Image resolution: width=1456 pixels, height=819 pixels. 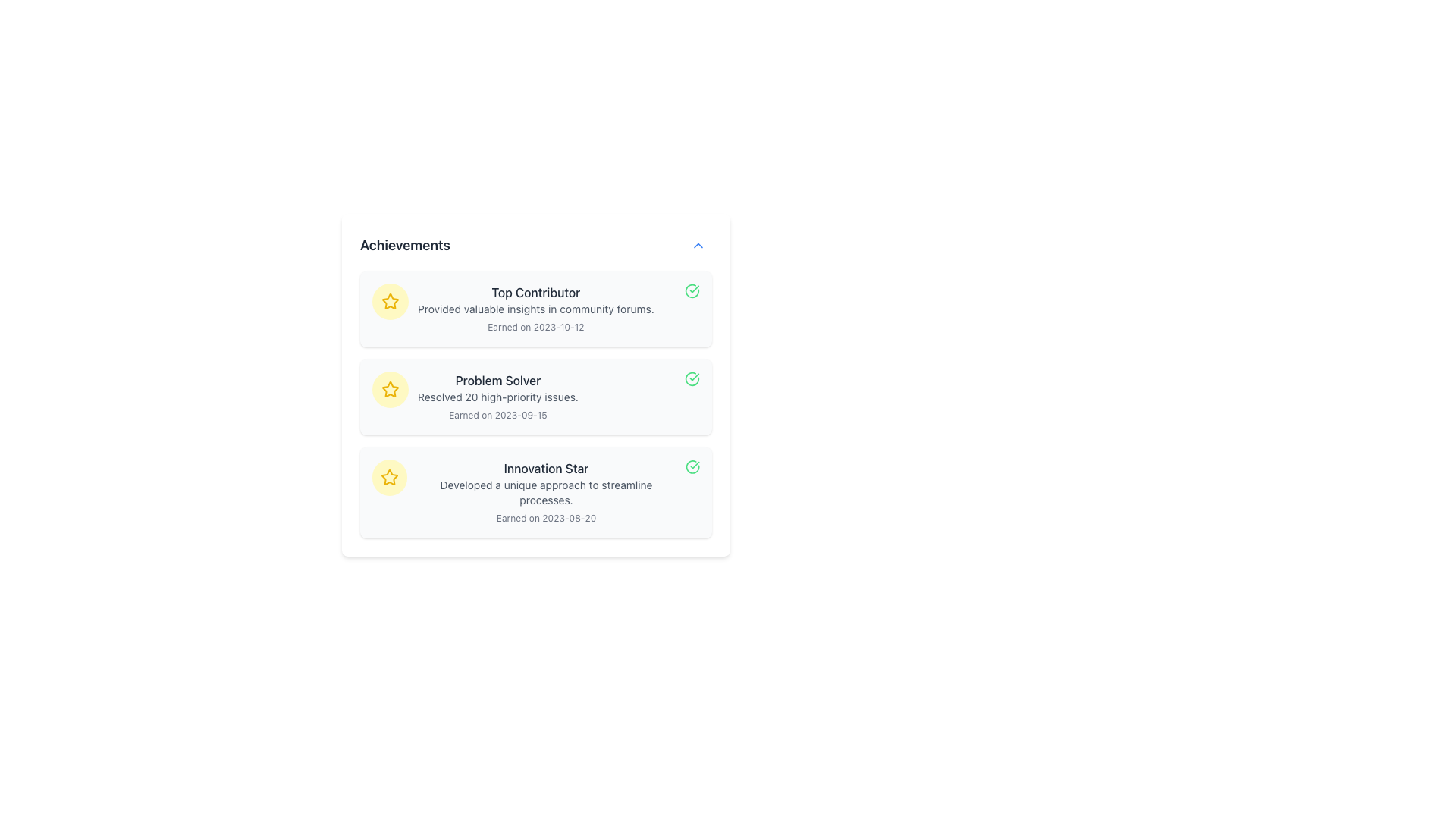 I want to click on the star icon indicating achievement within the 'Achievements' section, specifically at the top left of the first achievement listing titled 'Top Contributor', so click(x=390, y=476).